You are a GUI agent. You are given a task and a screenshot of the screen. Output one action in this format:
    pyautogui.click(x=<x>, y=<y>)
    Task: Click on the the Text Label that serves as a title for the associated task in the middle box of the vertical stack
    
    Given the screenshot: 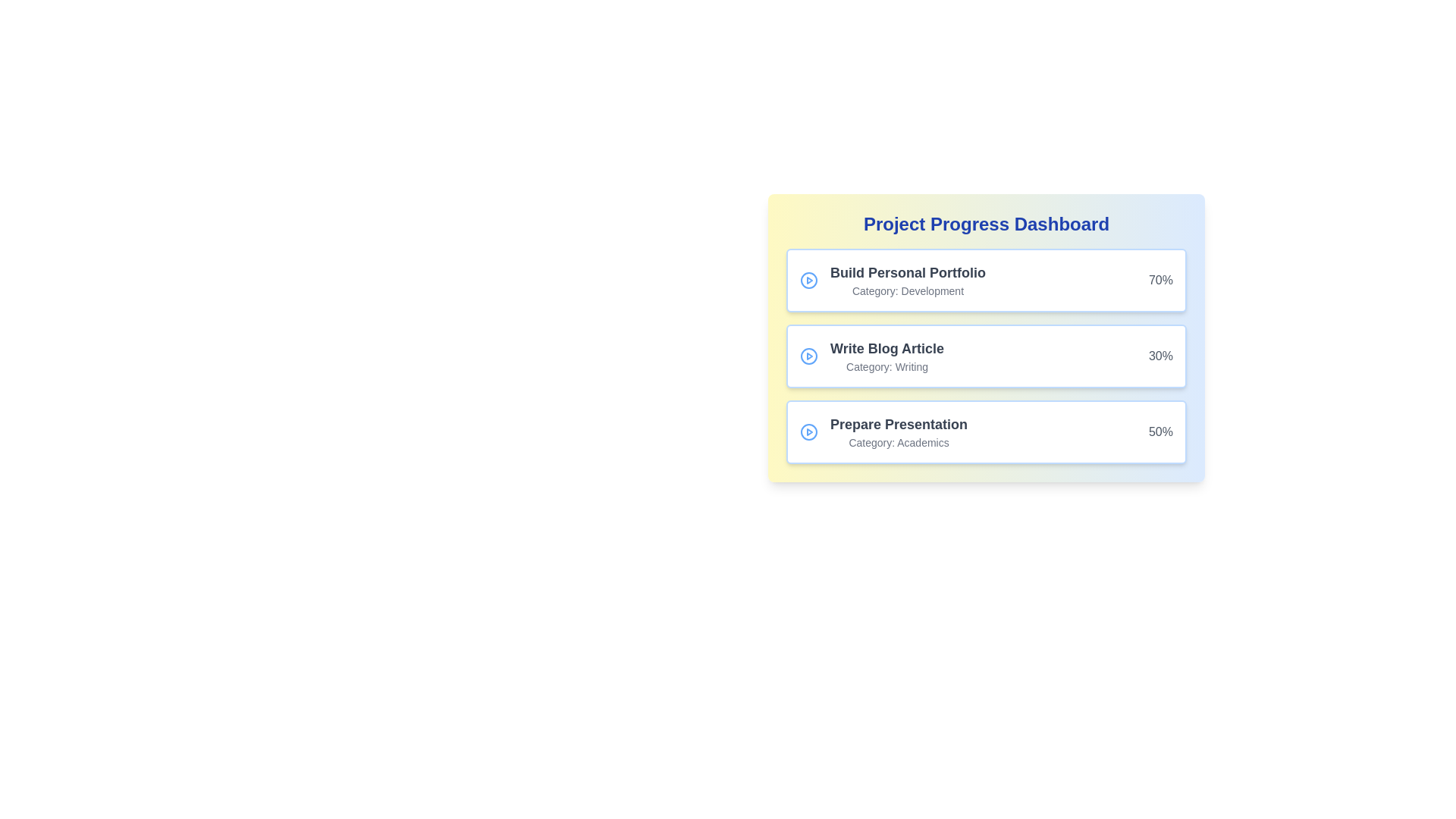 What is the action you would take?
    pyautogui.click(x=887, y=348)
    